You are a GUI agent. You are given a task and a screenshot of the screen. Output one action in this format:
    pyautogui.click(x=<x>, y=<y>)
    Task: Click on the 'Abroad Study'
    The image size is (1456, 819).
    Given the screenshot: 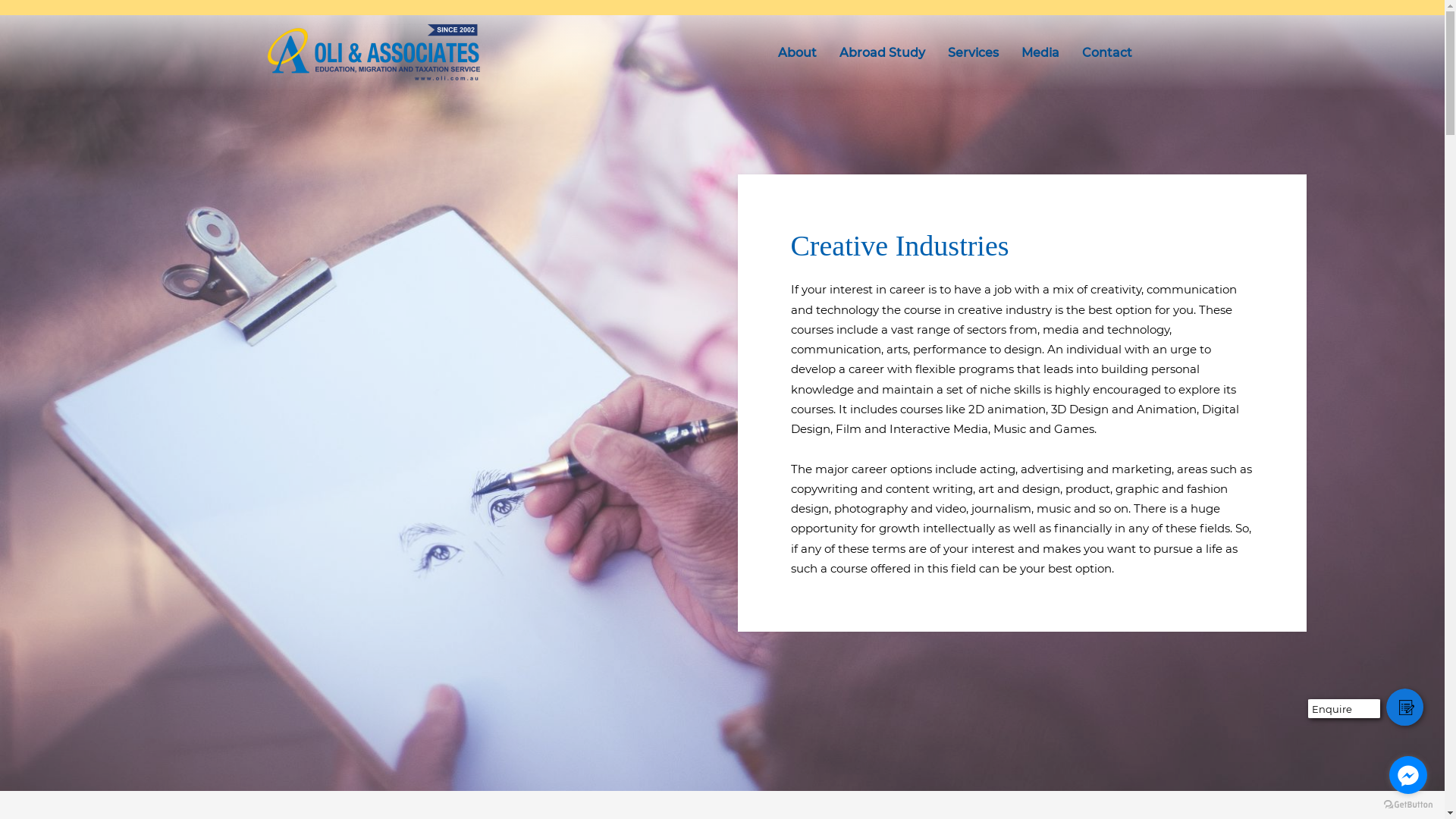 What is the action you would take?
    pyautogui.click(x=882, y=52)
    